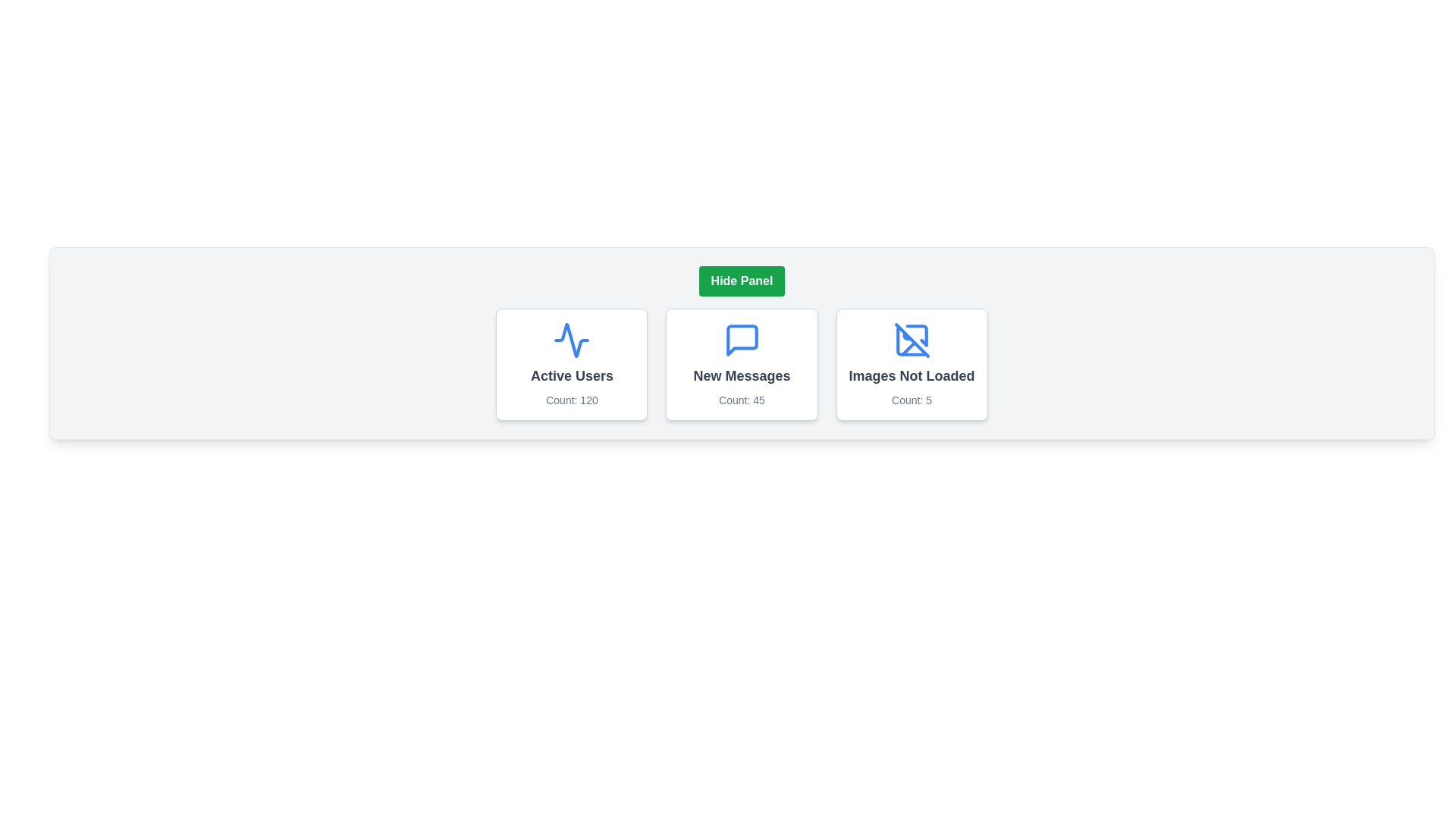 This screenshot has height=819, width=1456. I want to click on the card element displaying 'Active Users' with a blue icon, located at the leftmost position in a horizontal grid layout, so click(571, 365).